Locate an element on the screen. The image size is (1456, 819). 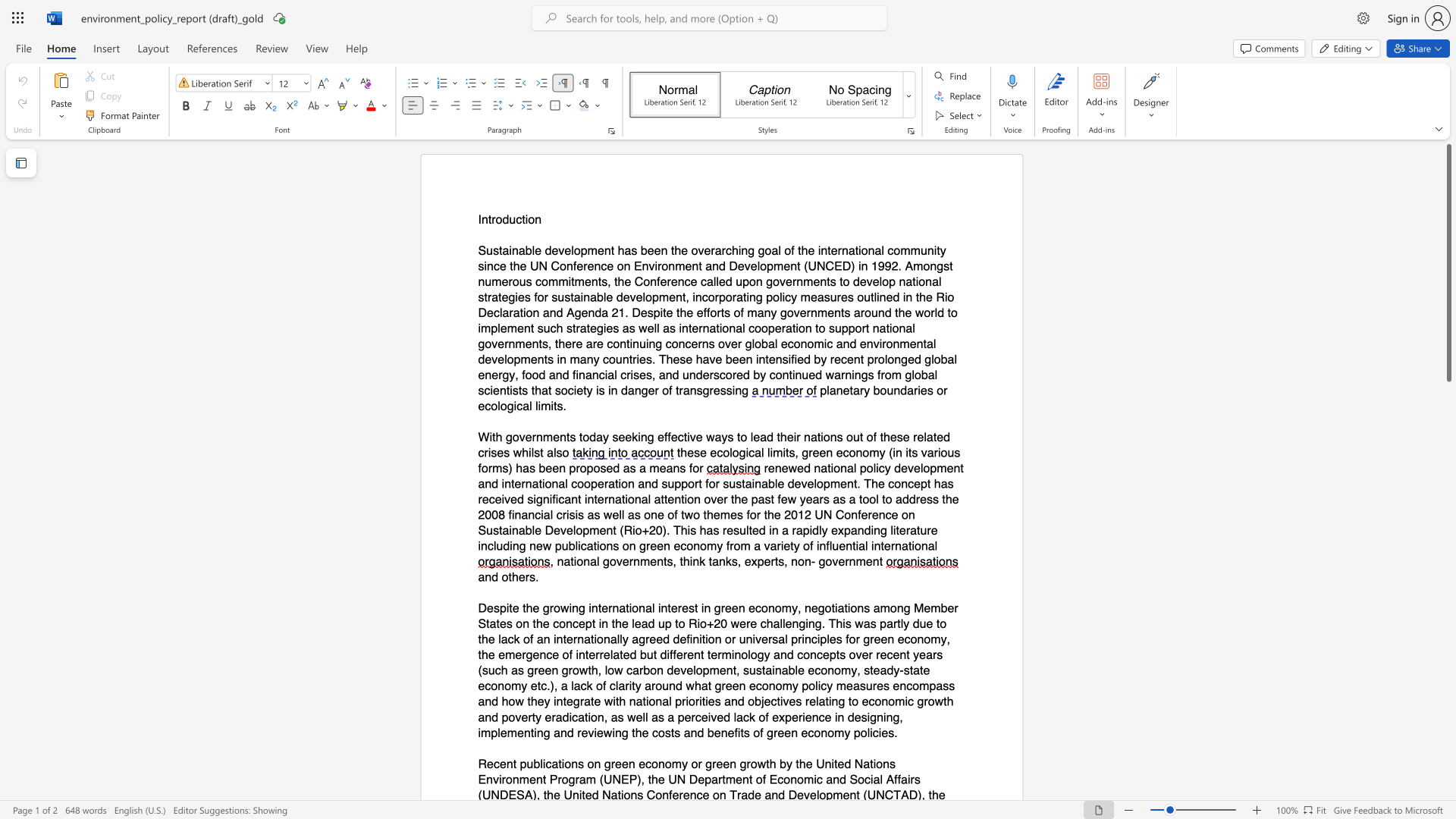
the scrollbar to move the page downward is located at coordinates (1448, 788).